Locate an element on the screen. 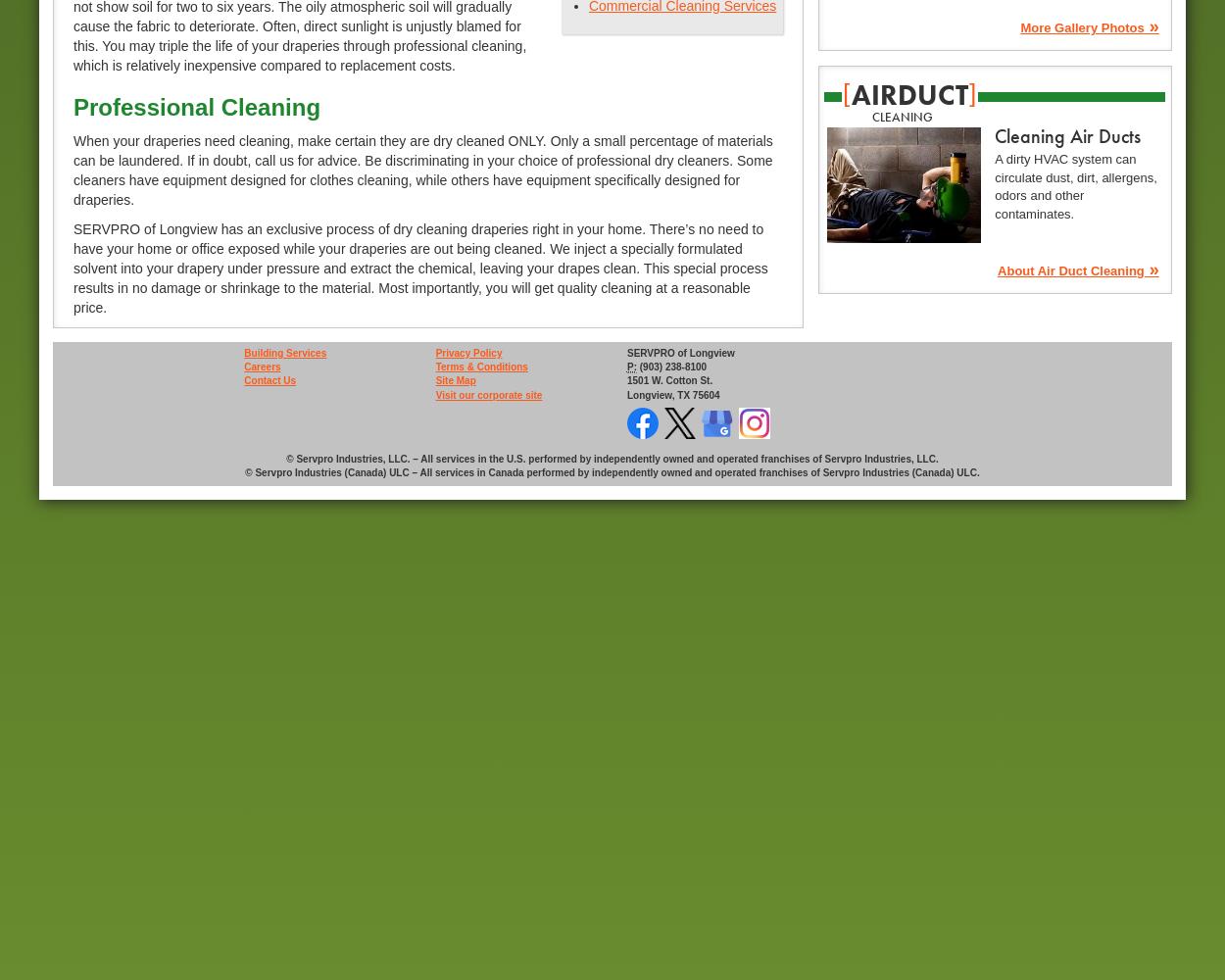 The width and height of the screenshot is (1225, 980). 'A dirty HVAC system can circulate dust, dirt, allergens, odors and other contaminates.' is located at coordinates (1074, 185).